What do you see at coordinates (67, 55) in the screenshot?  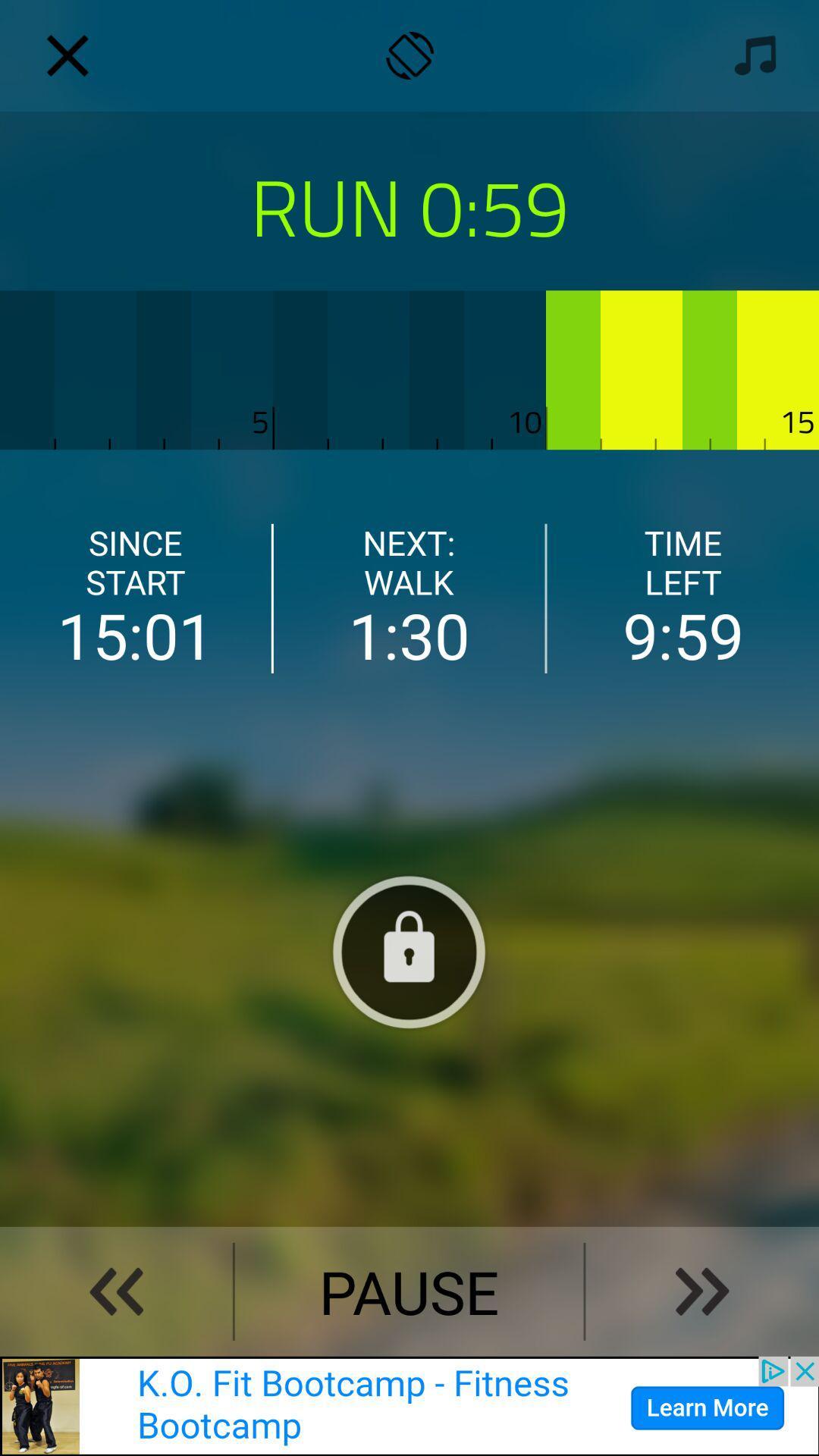 I see `out the screen` at bounding box center [67, 55].